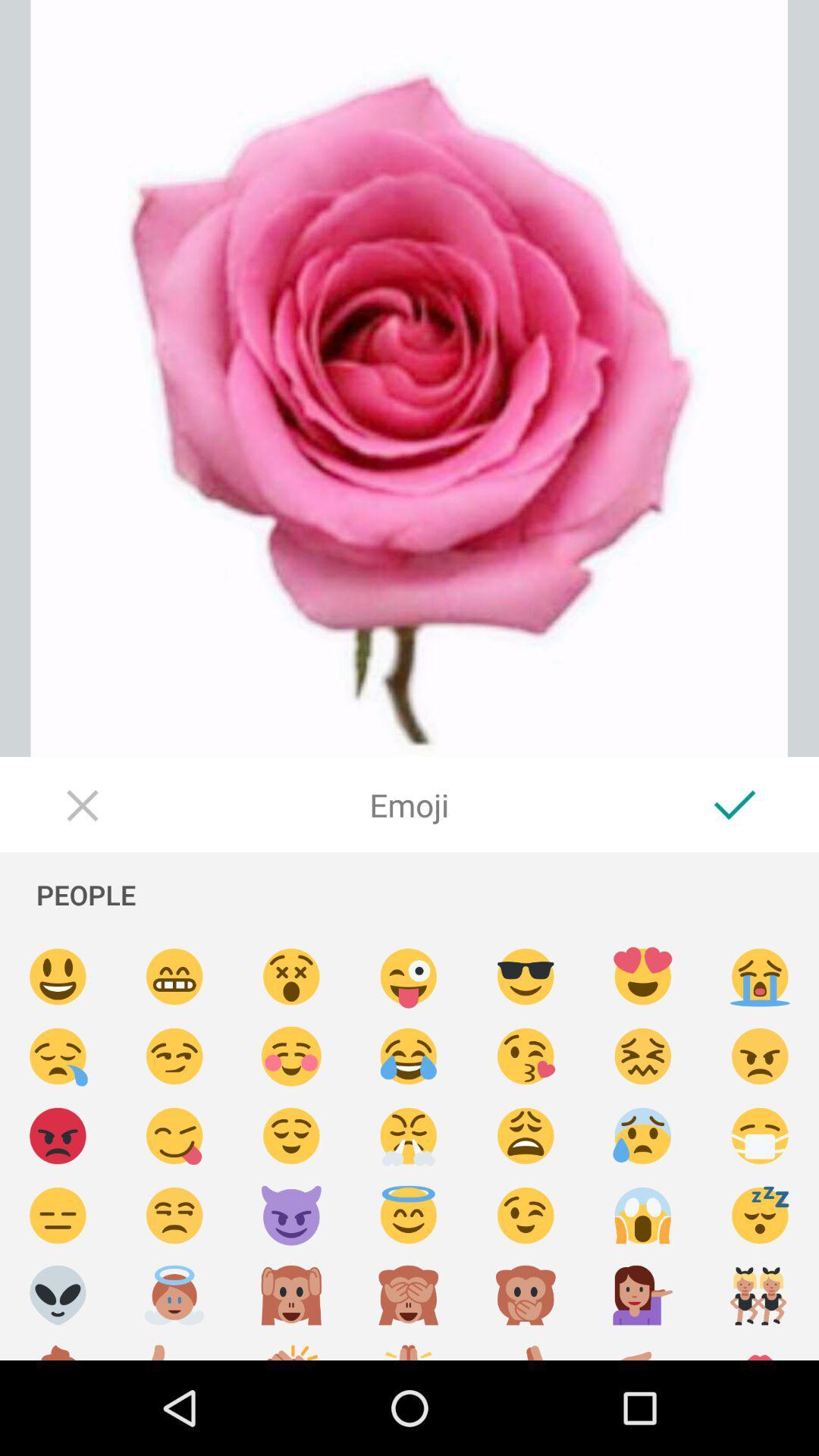 This screenshot has height=1456, width=819. What do you see at coordinates (525, 1348) in the screenshot?
I see `an emoji` at bounding box center [525, 1348].